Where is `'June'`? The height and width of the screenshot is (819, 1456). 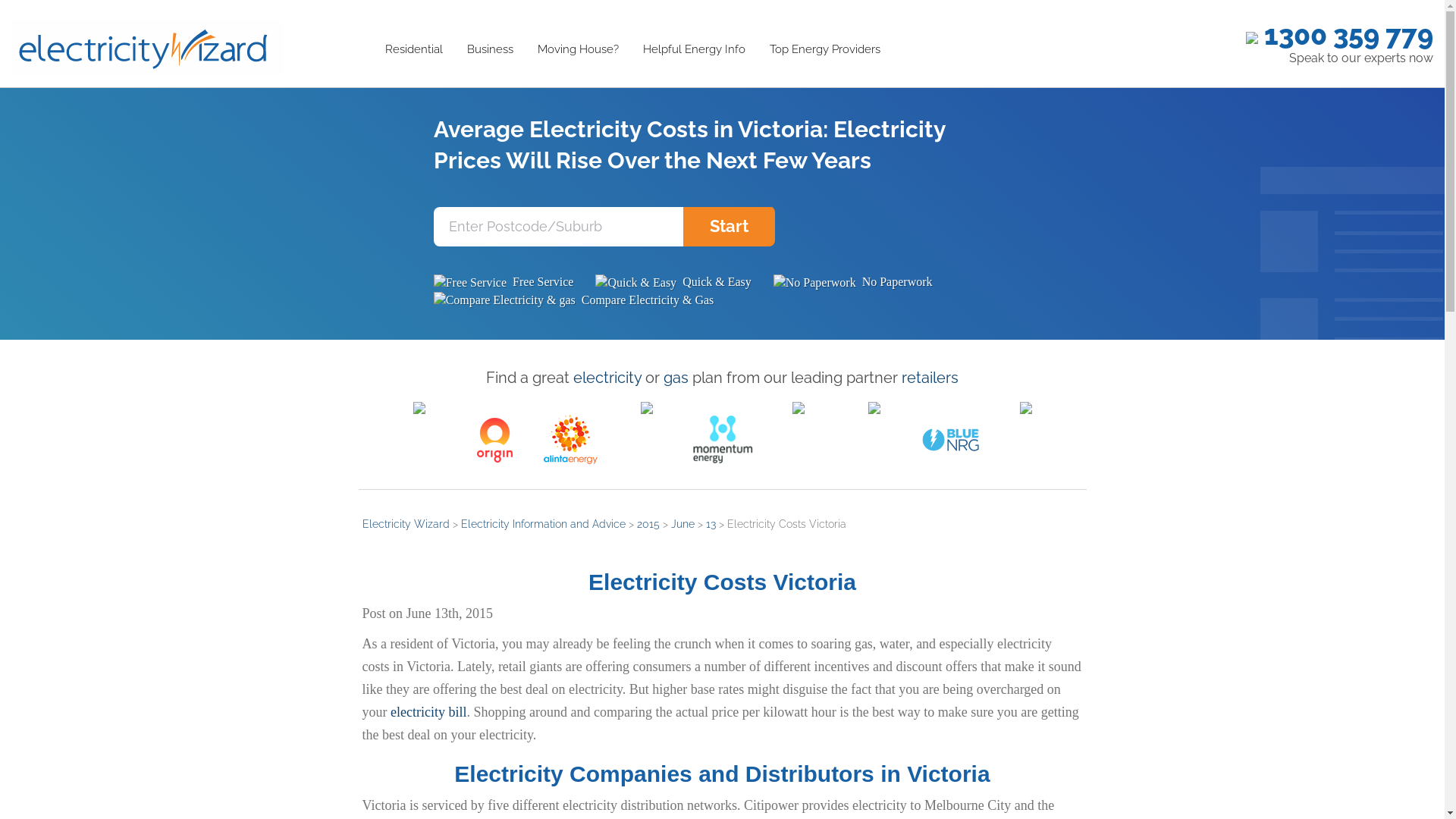
'June' is located at coordinates (681, 522).